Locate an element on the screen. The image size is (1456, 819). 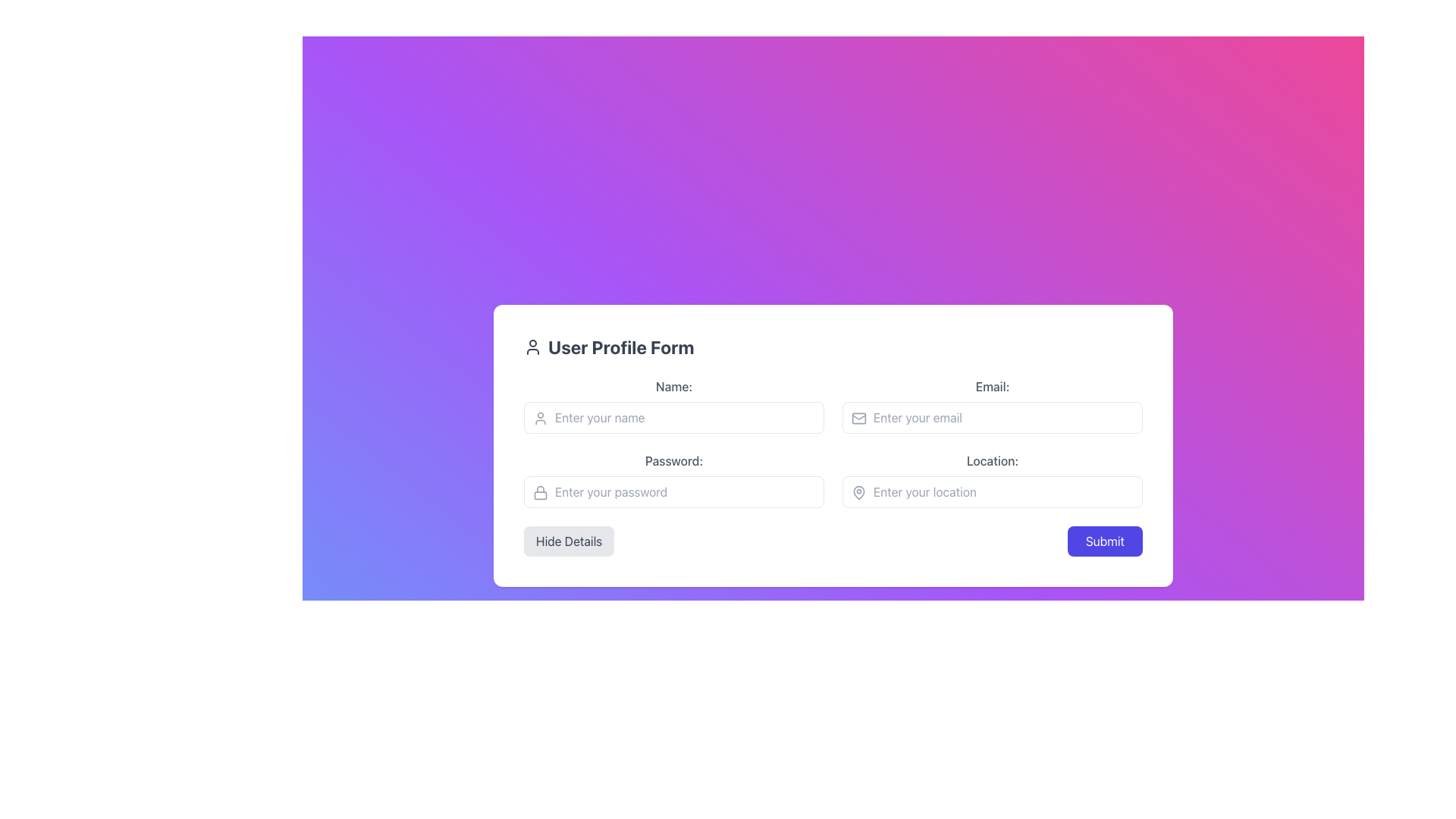
the text label that provides context for the password input field, located in the second row, first column of the form layout, above the password input field and beside the lock icon is located at coordinates (673, 460).